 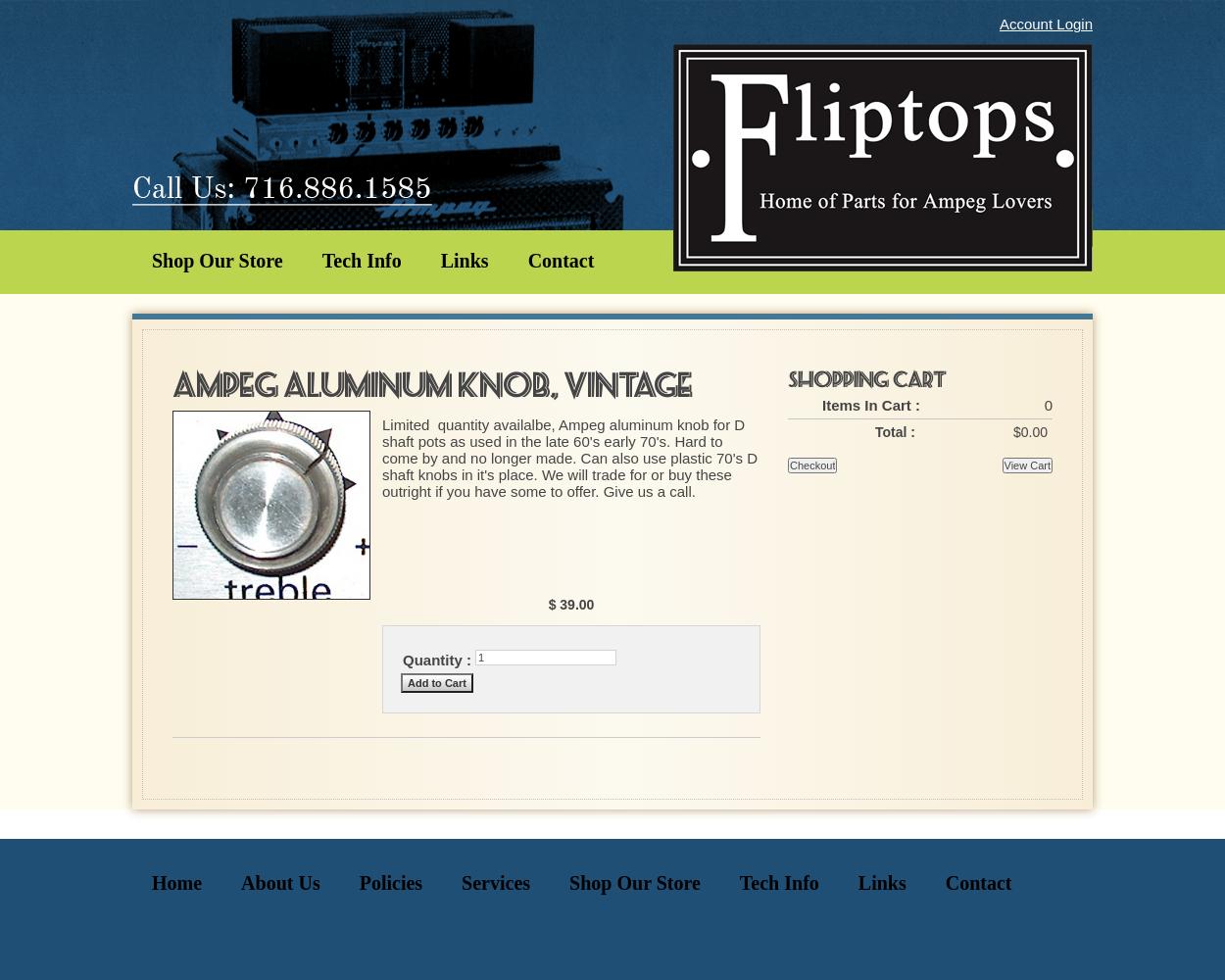 What do you see at coordinates (1045, 24) in the screenshot?
I see `'Account Login'` at bounding box center [1045, 24].